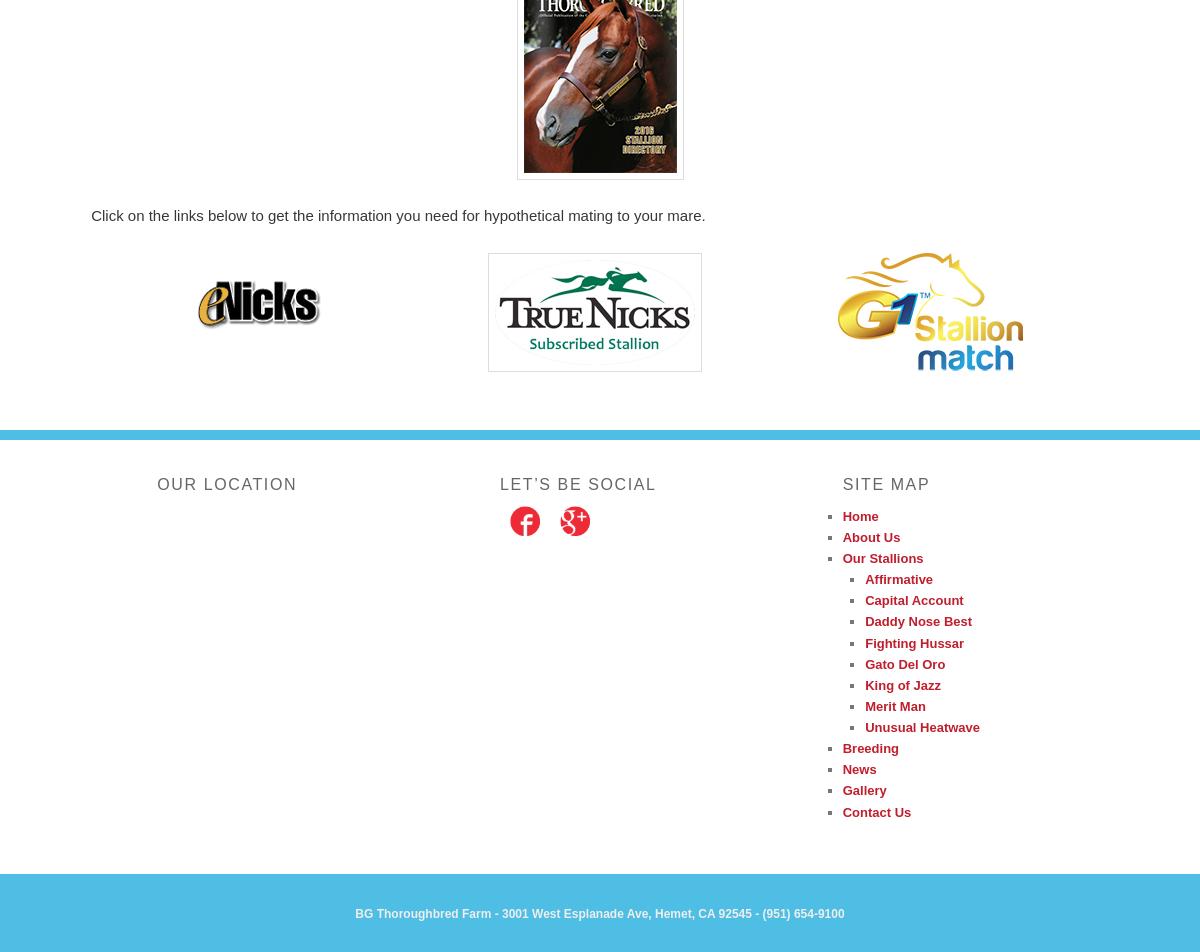 This screenshot has height=952, width=1200. Describe the element at coordinates (898, 579) in the screenshot. I see `'Affirmative'` at that location.